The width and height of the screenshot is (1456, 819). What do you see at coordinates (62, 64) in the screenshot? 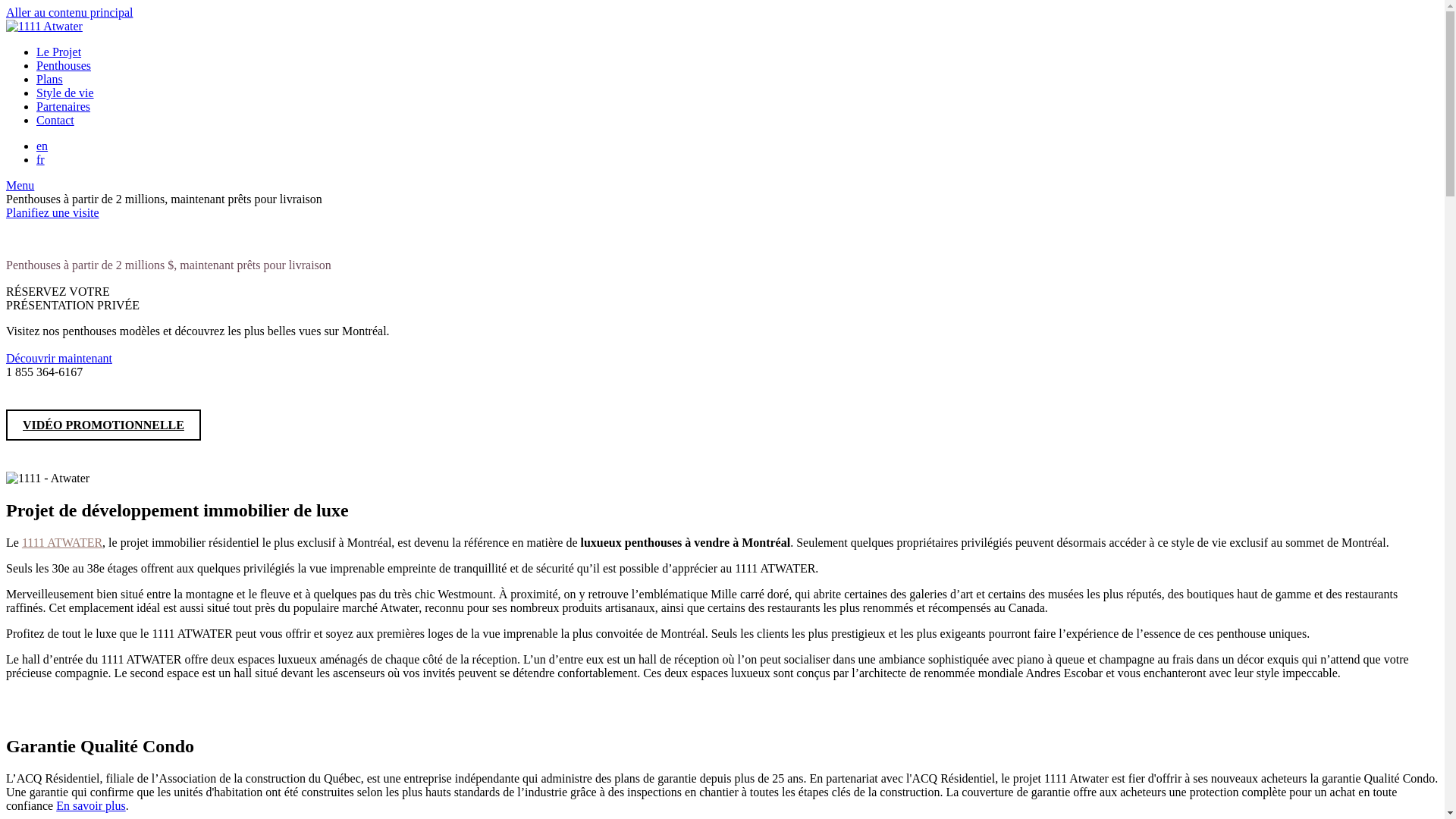
I see `'Penthouses'` at bounding box center [62, 64].